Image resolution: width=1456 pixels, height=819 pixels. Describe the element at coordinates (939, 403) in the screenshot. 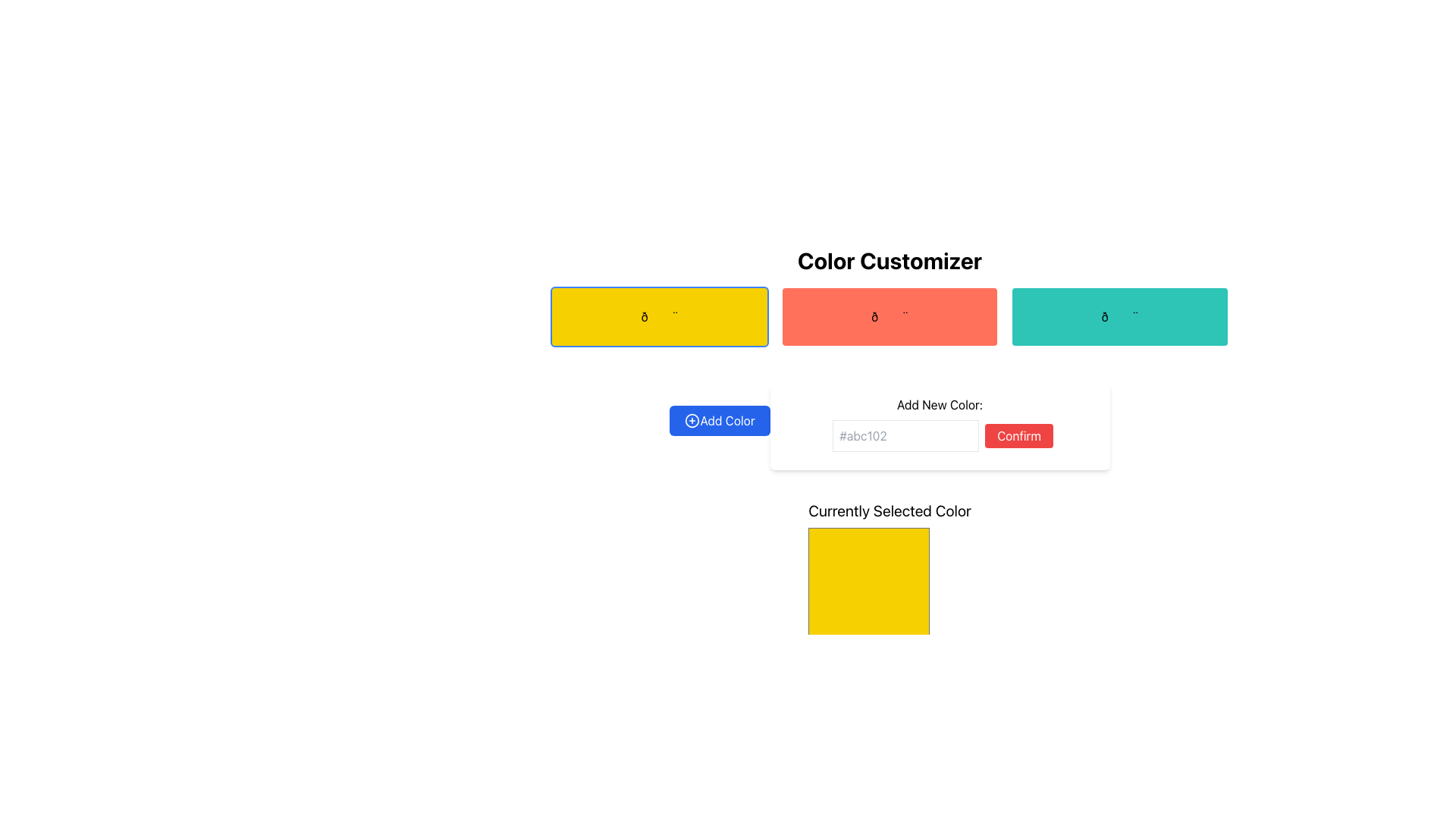

I see `the instructional text label 'Add New Color:' which indicates the purpose of the subsequent input field and button` at that location.